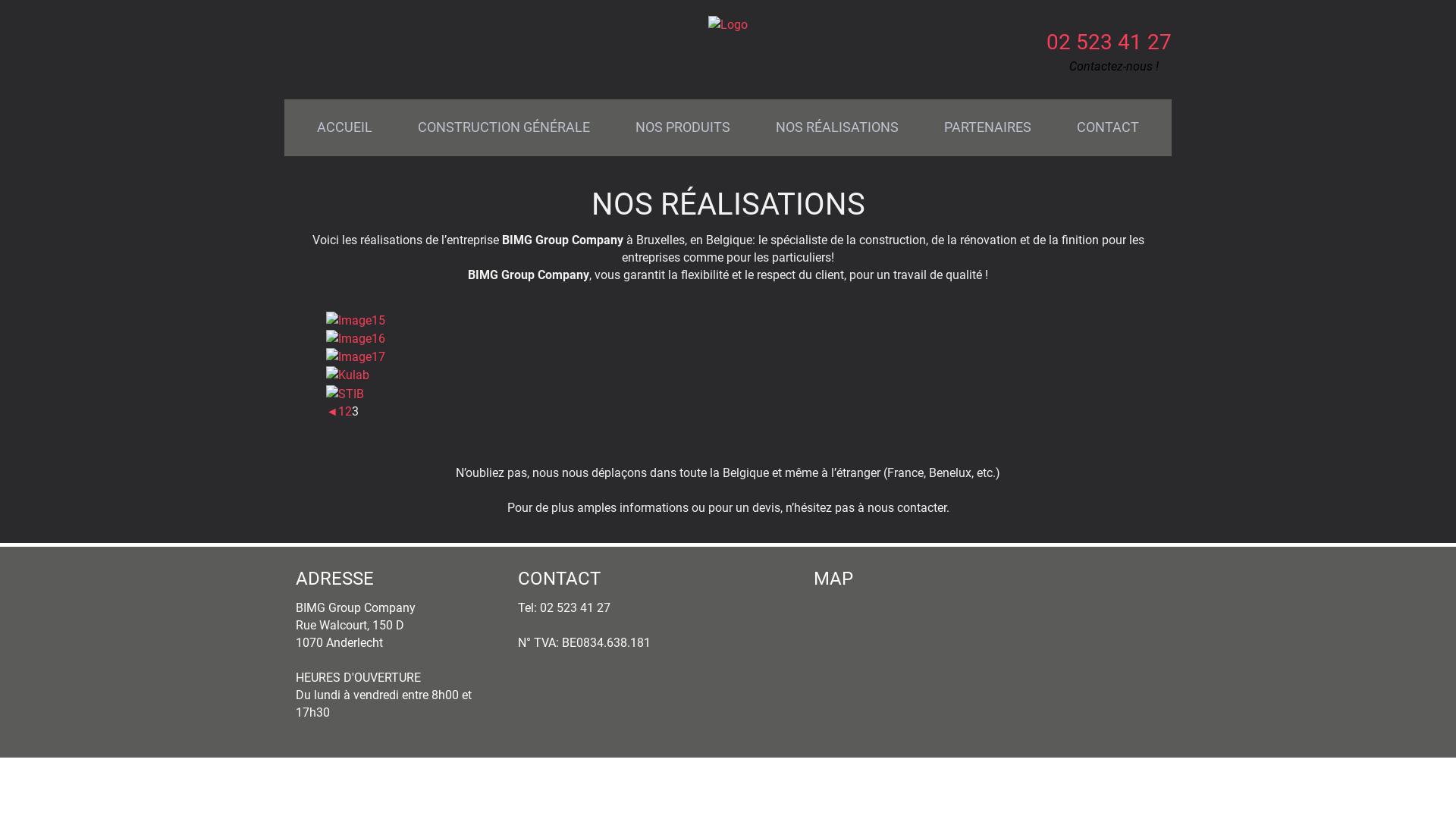 The height and width of the screenshot is (819, 1456). Describe the element at coordinates (347, 411) in the screenshot. I see `'2'` at that location.